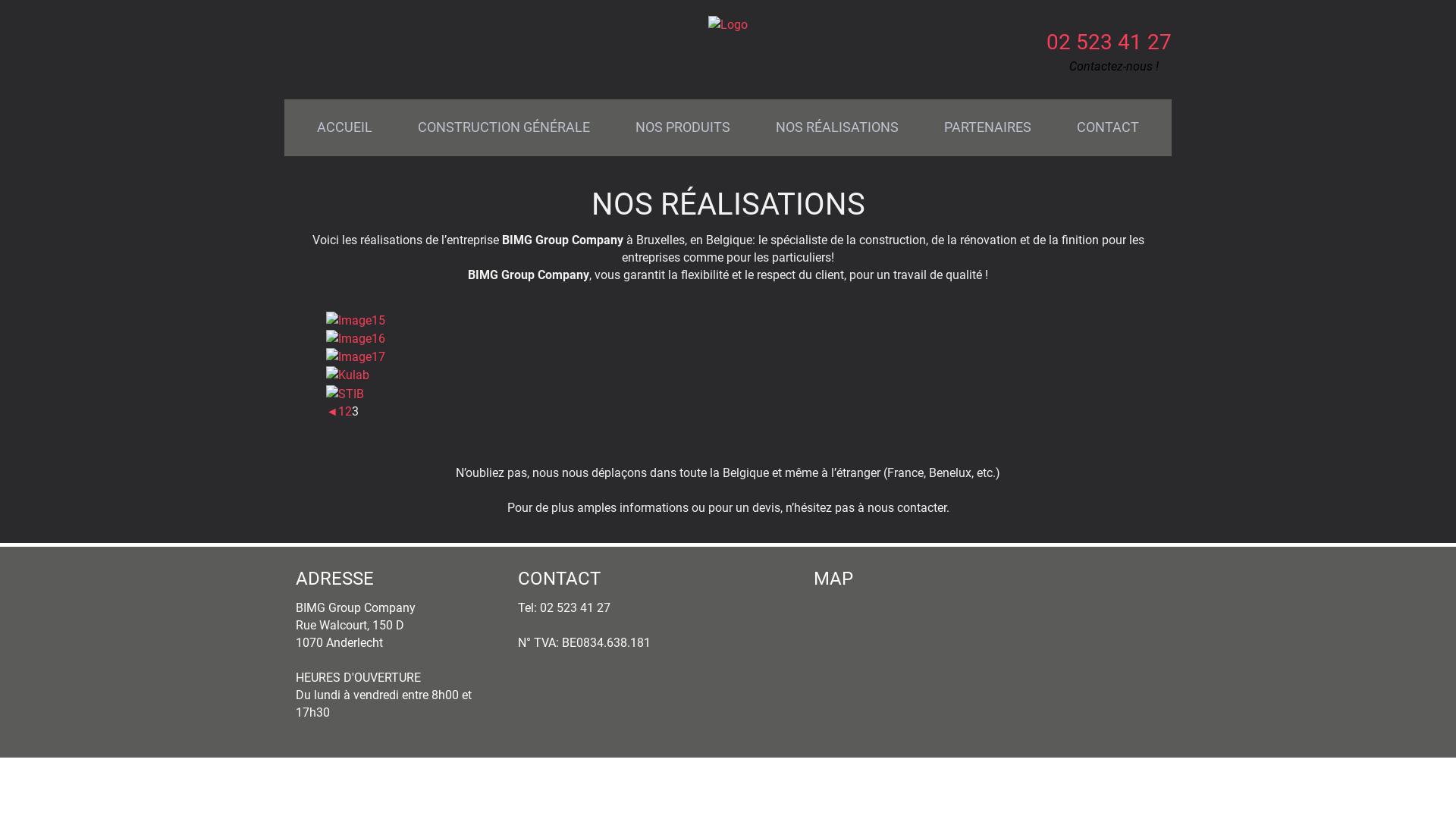 The height and width of the screenshot is (819, 1456). Describe the element at coordinates (347, 411) in the screenshot. I see `'2'` at that location.